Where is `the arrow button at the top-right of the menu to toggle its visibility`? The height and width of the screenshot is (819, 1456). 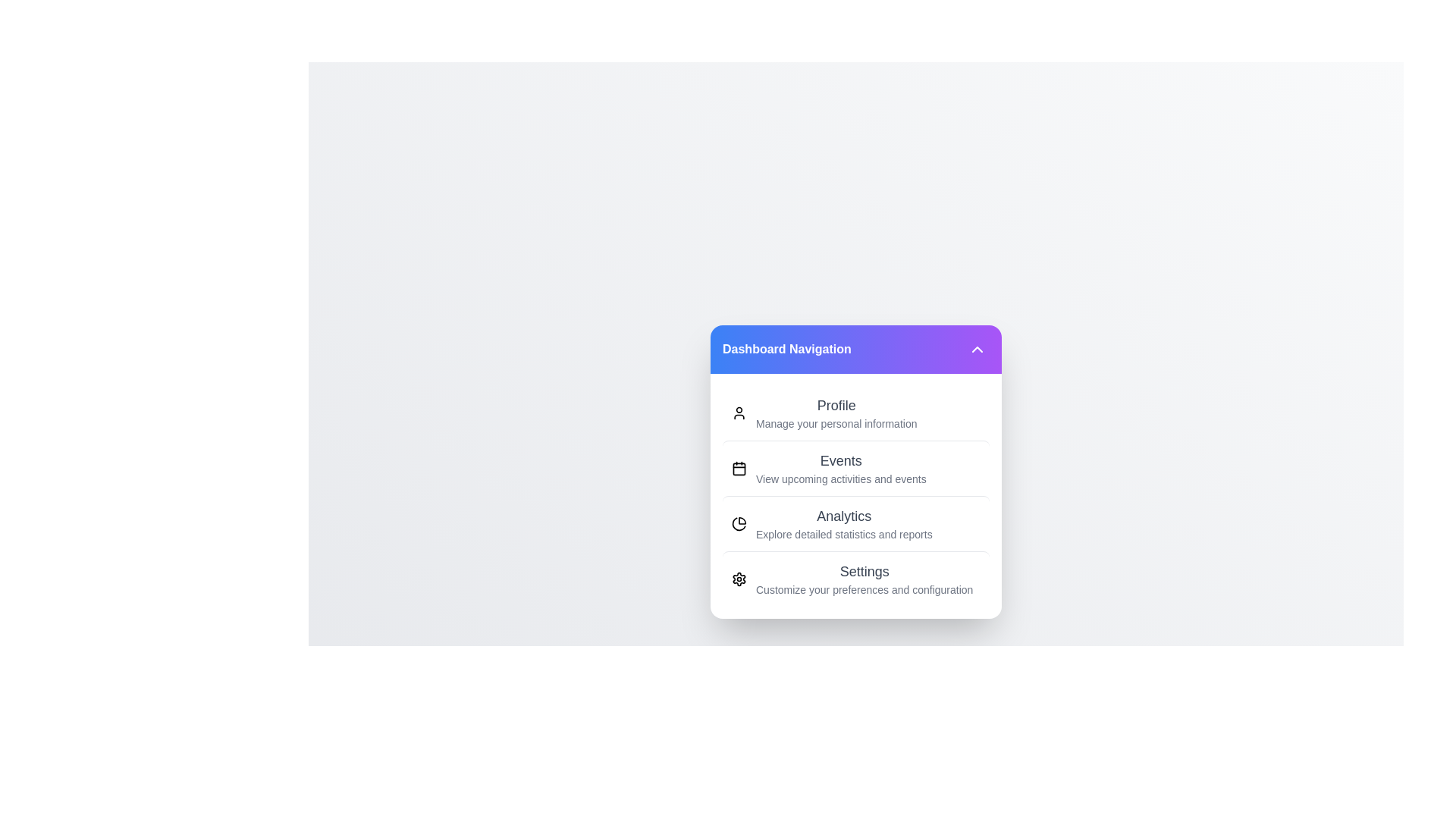 the arrow button at the top-right of the menu to toggle its visibility is located at coordinates (977, 349).